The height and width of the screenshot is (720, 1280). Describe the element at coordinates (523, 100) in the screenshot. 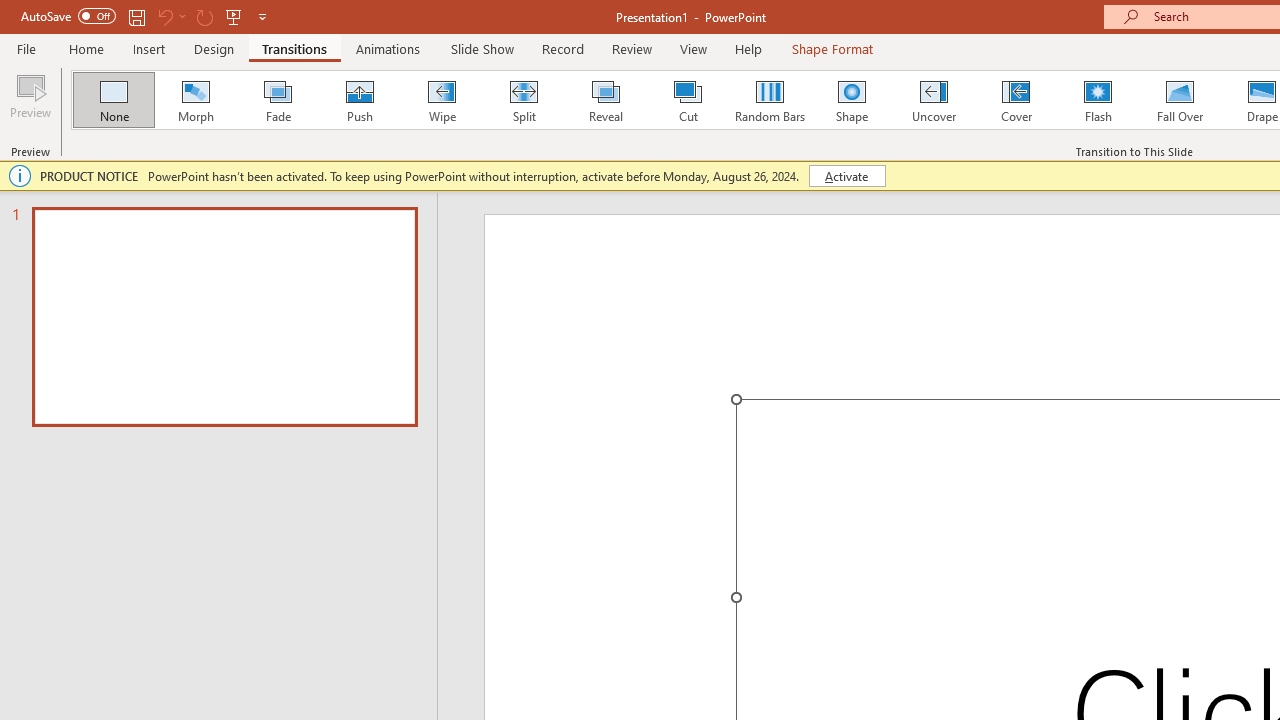

I see `'Split'` at that location.